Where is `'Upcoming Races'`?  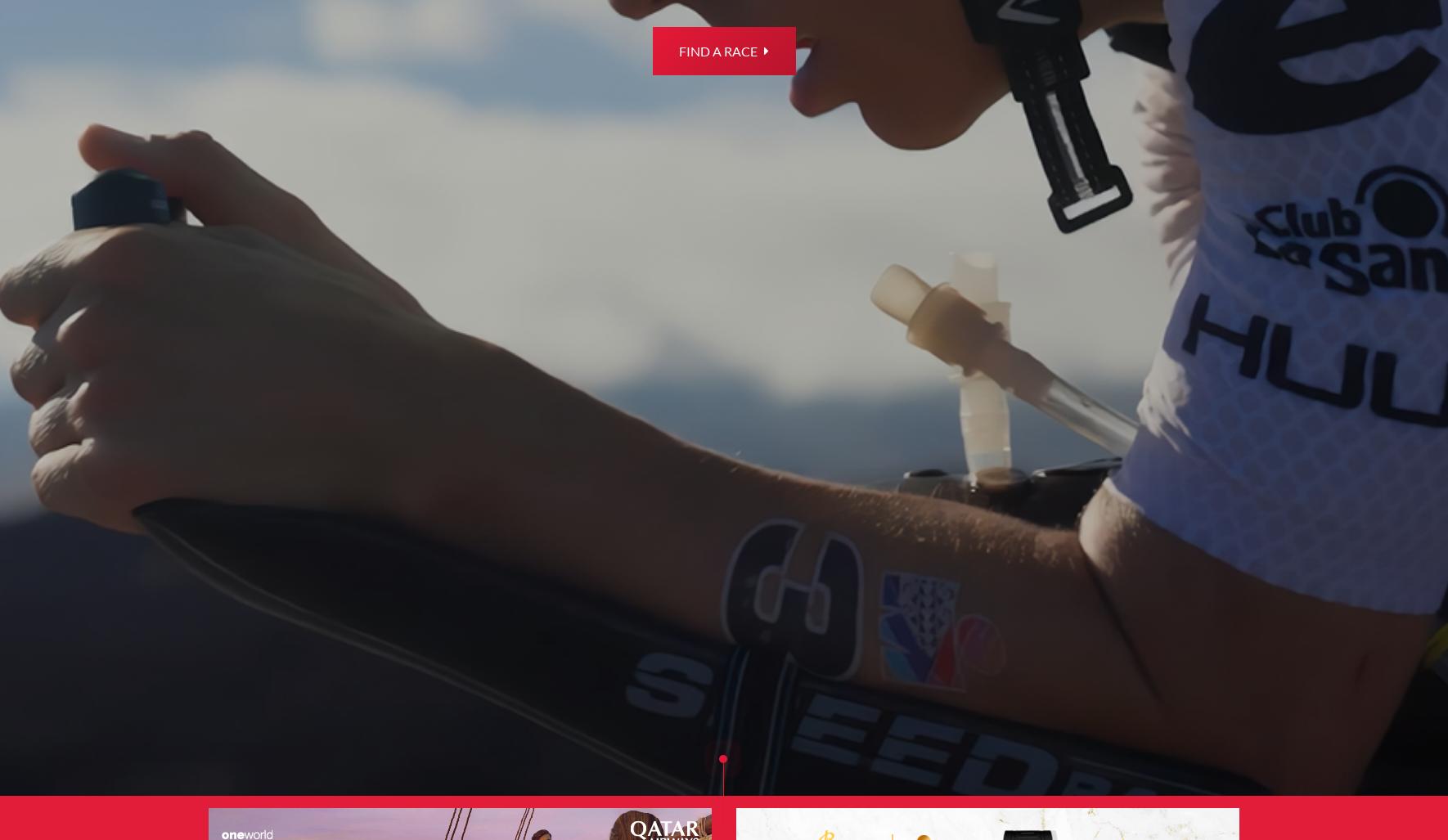
'Upcoming Races' is located at coordinates (817, 354).